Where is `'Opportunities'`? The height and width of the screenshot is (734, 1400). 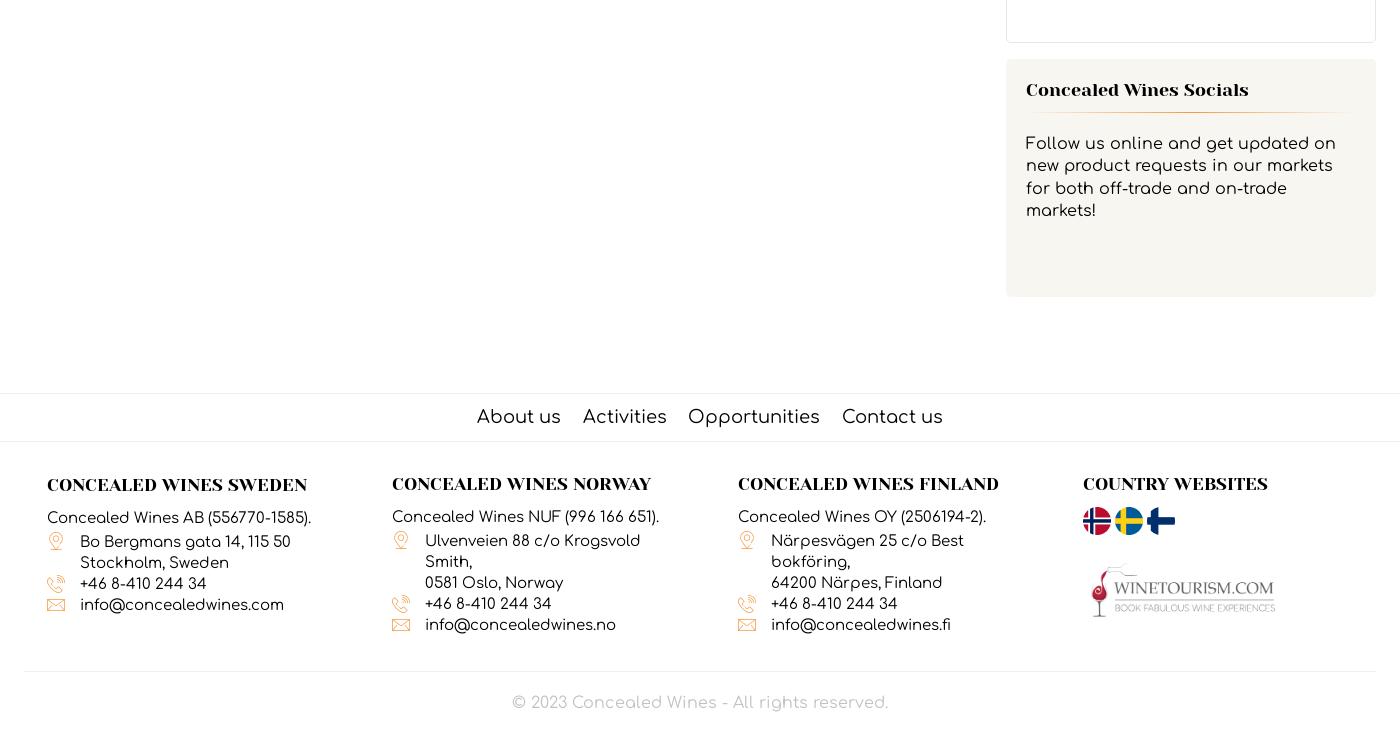
'Opportunities' is located at coordinates (754, 415).